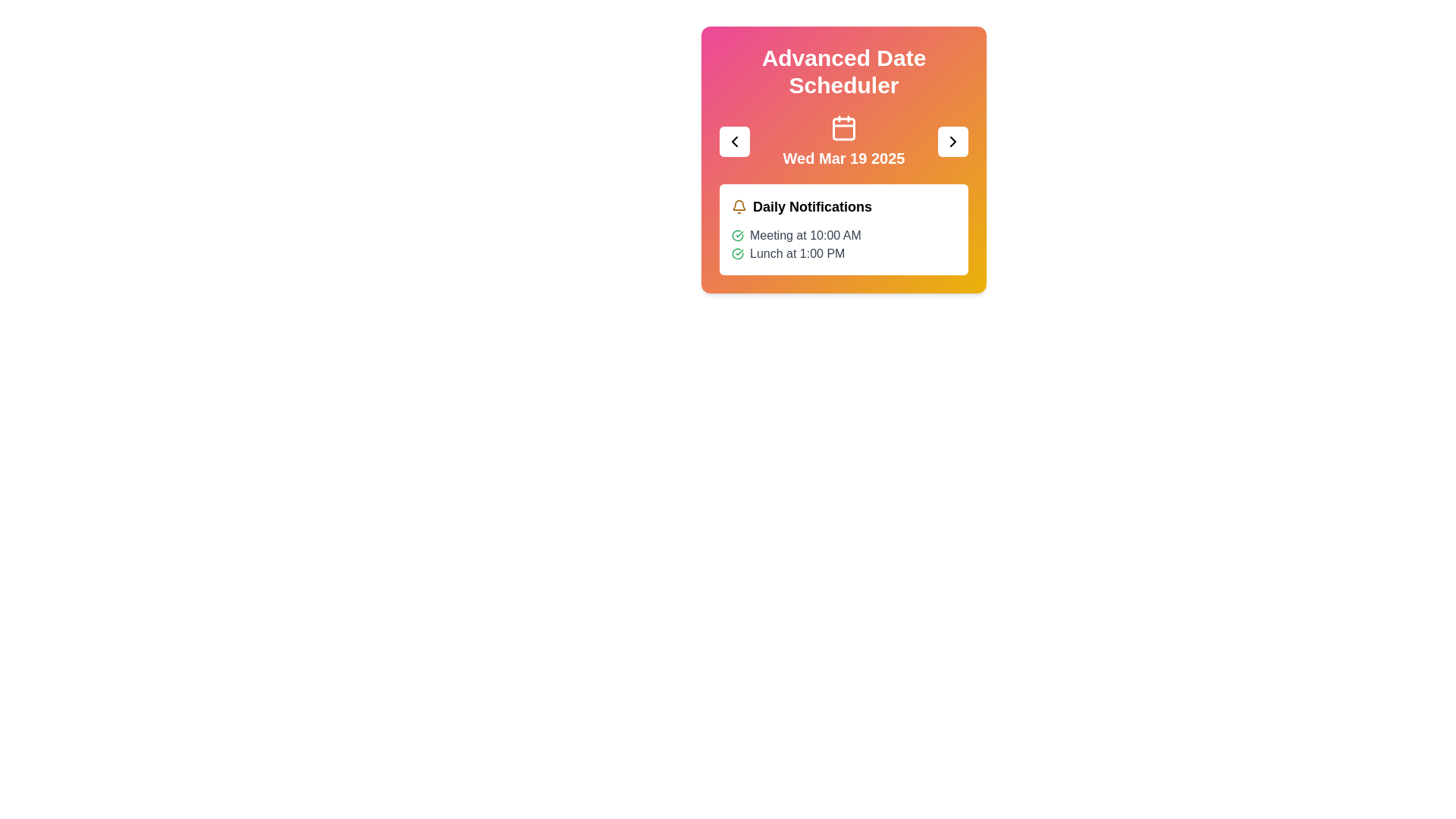 The height and width of the screenshot is (819, 1456). I want to click on the main body of the calendar icon located centrally under the text 'Advanced Date Scheduler', so click(843, 128).